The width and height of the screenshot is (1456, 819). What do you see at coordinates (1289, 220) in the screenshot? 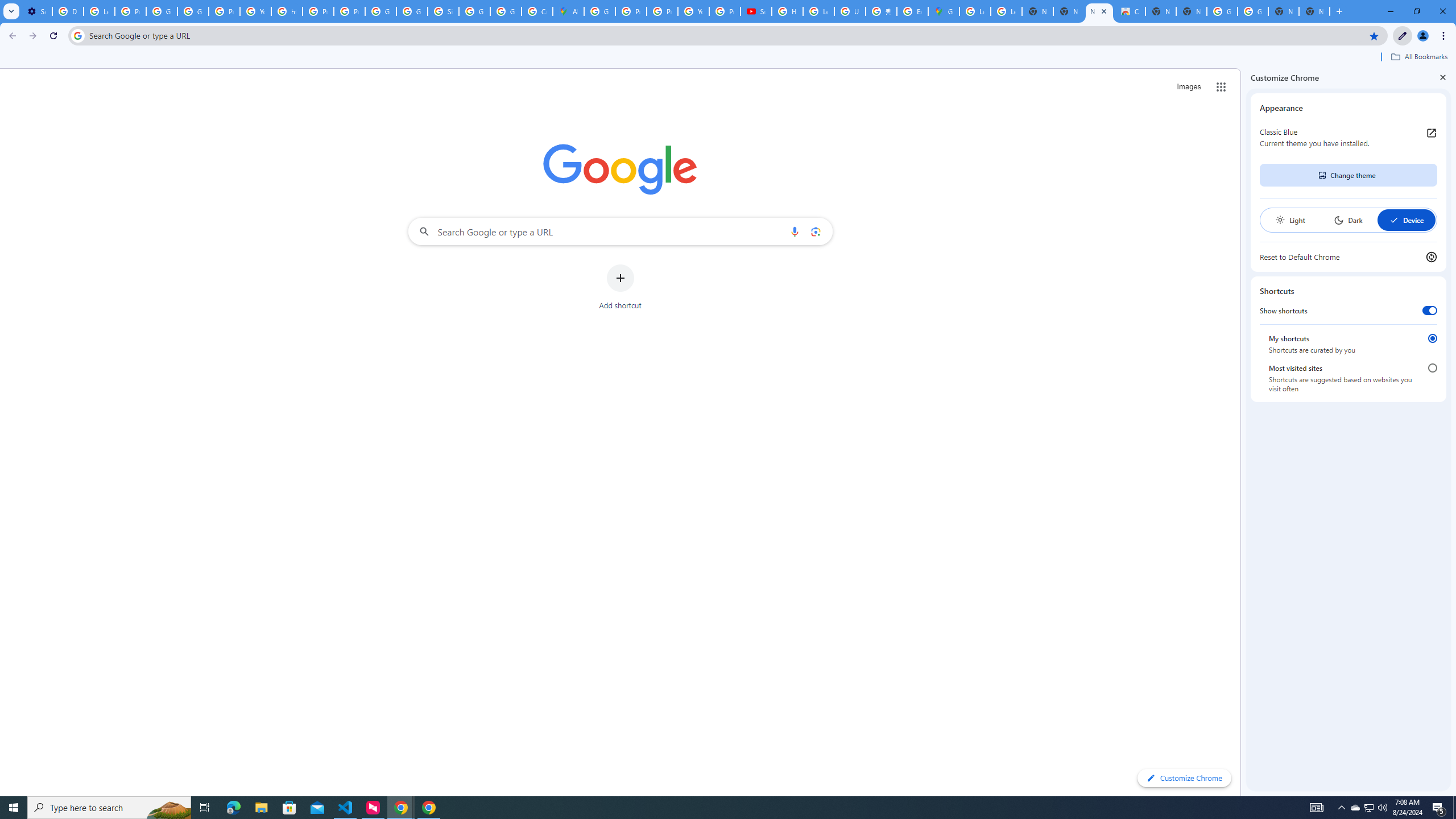
I see `'Light'` at bounding box center [1289, 220].